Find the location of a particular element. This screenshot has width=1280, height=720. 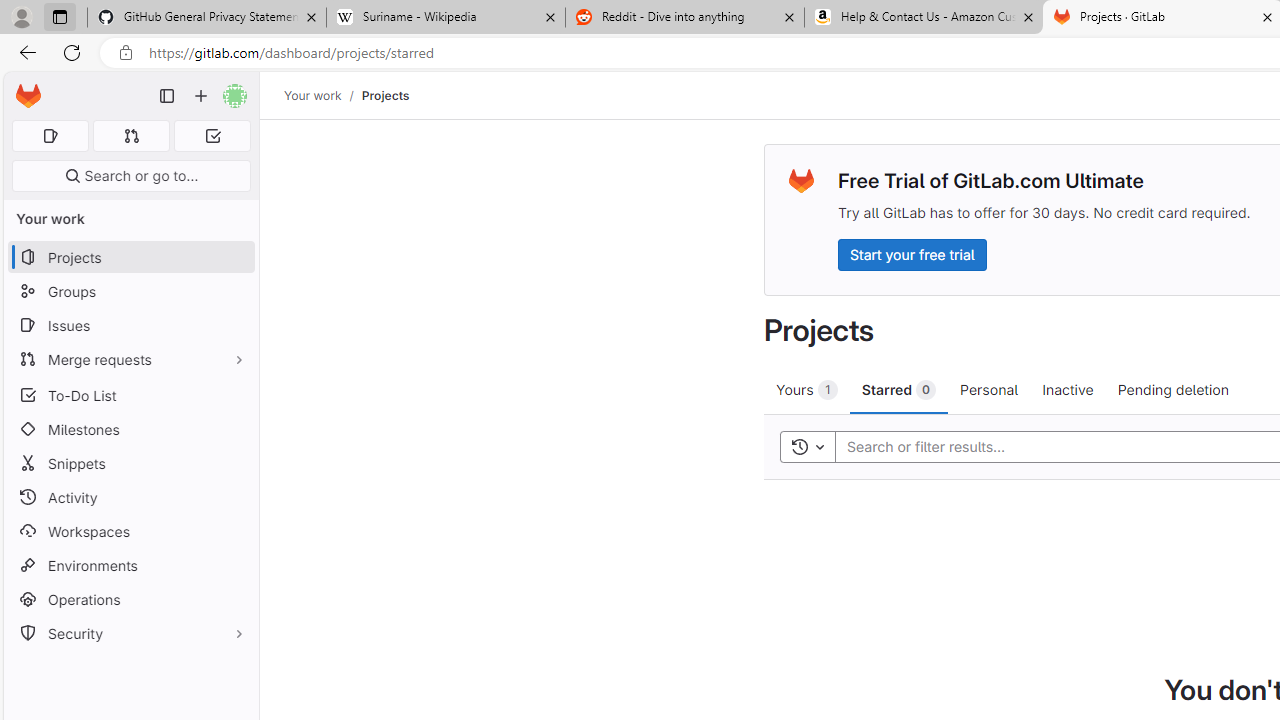

'Your work/' is located at coordinates (323, 95).